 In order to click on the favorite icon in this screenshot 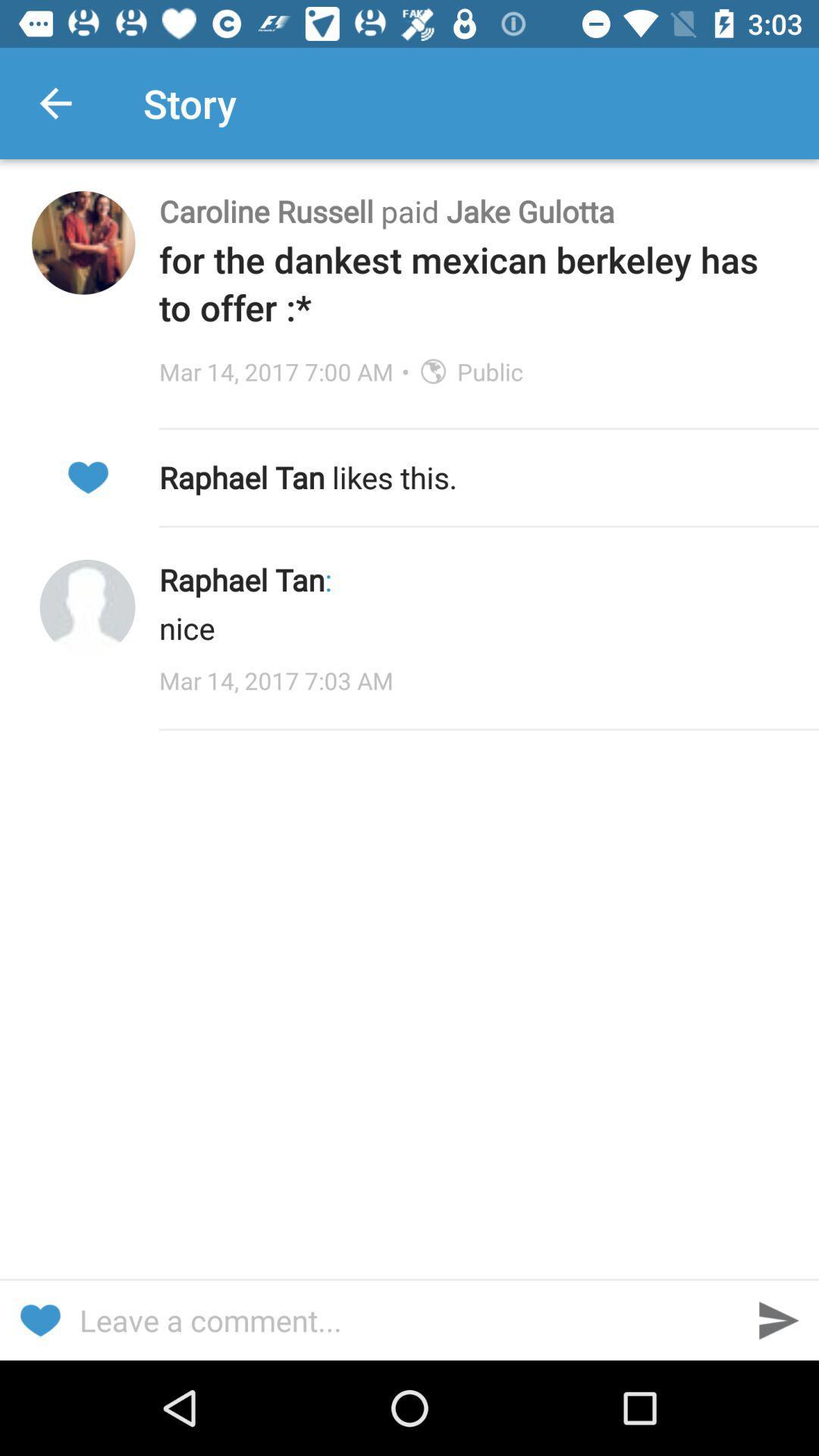, I will do `click(39, 1319)`.